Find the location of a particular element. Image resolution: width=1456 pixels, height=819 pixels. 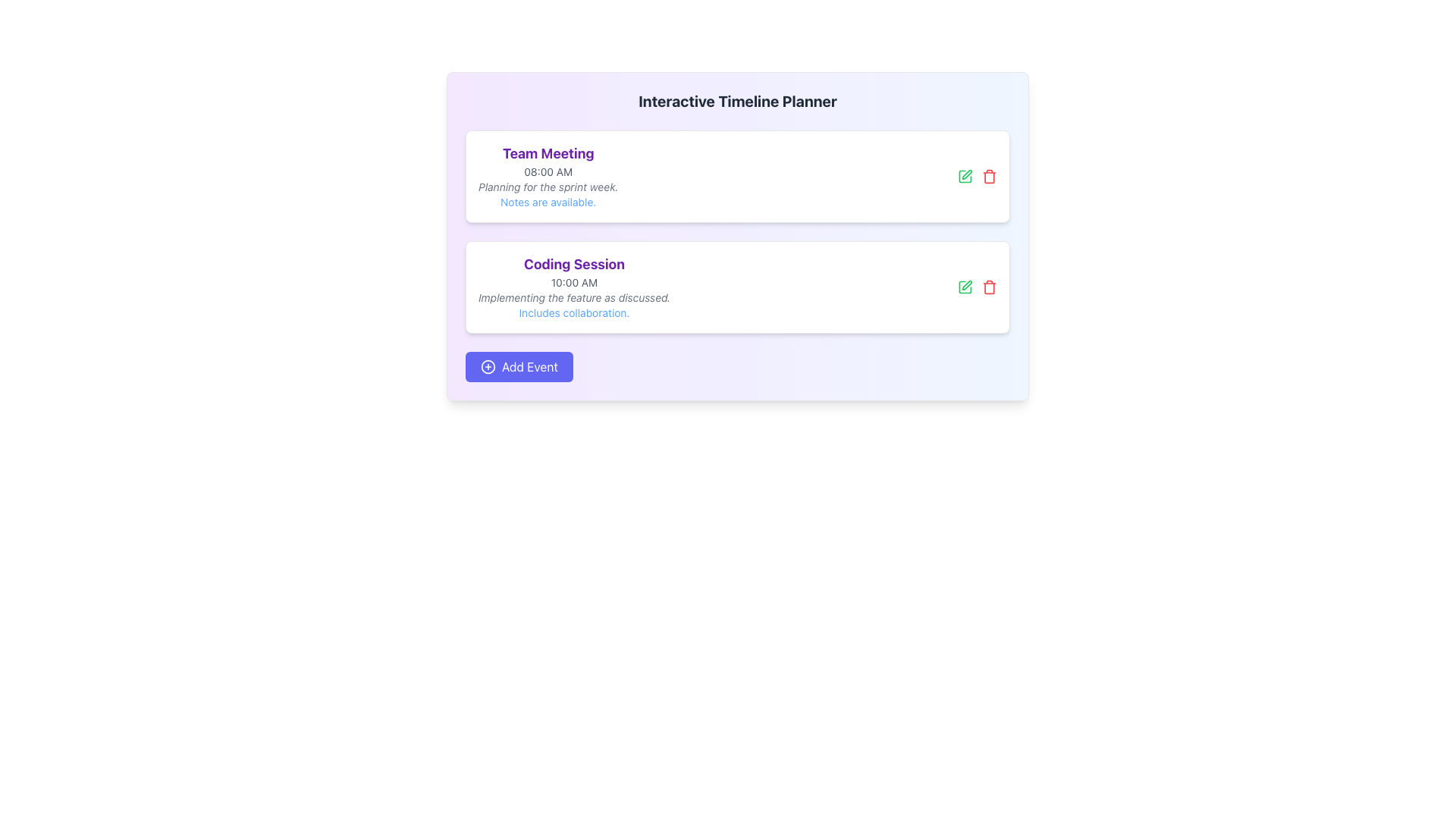

the time indicator text label for the 'Coding Session' event, which is located below the 'Coding Session' header and above the description text is located at coordinates (573, 283).